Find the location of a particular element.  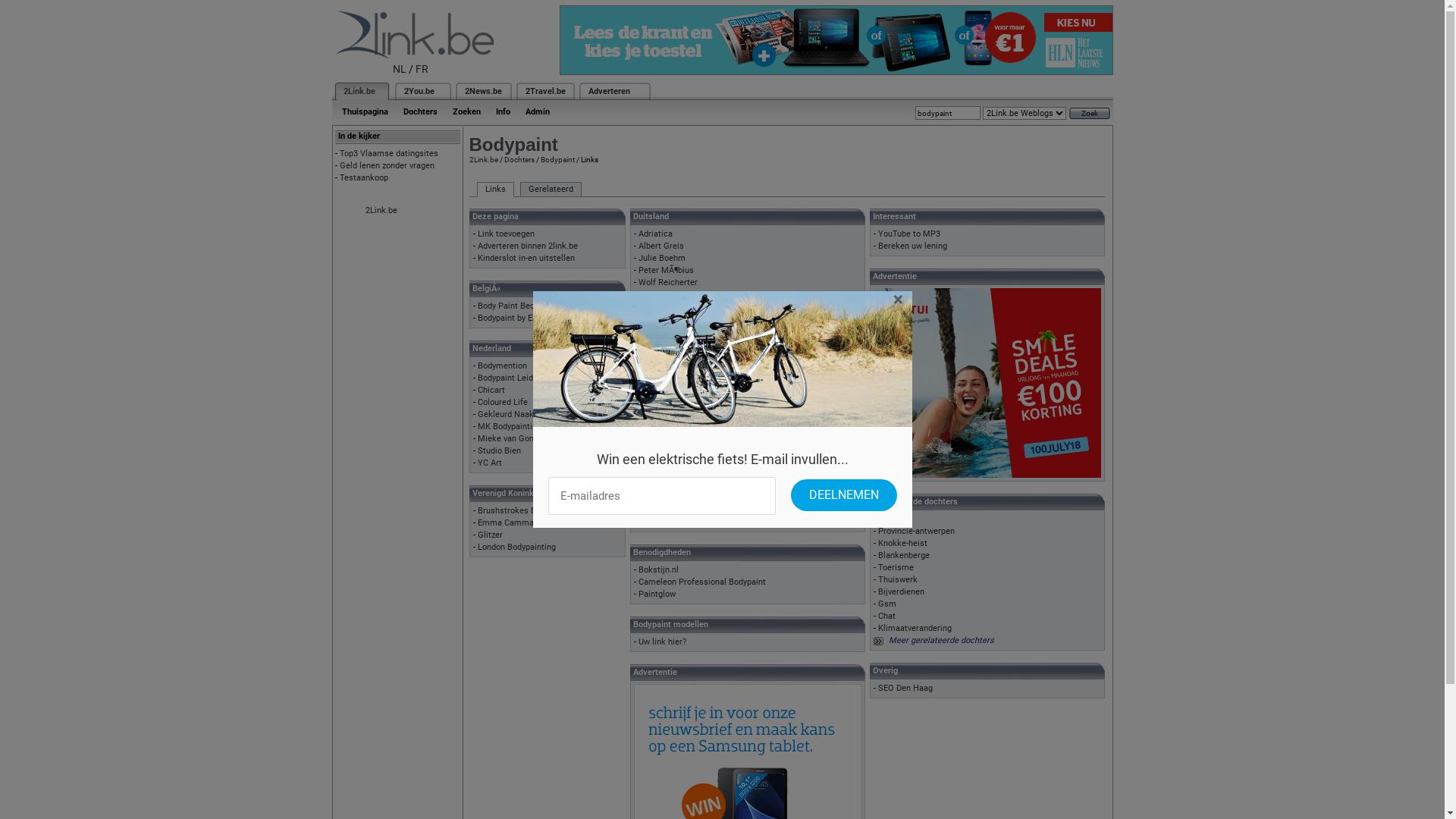

'SEO Den Haag' is located at coordinates (877, 688).